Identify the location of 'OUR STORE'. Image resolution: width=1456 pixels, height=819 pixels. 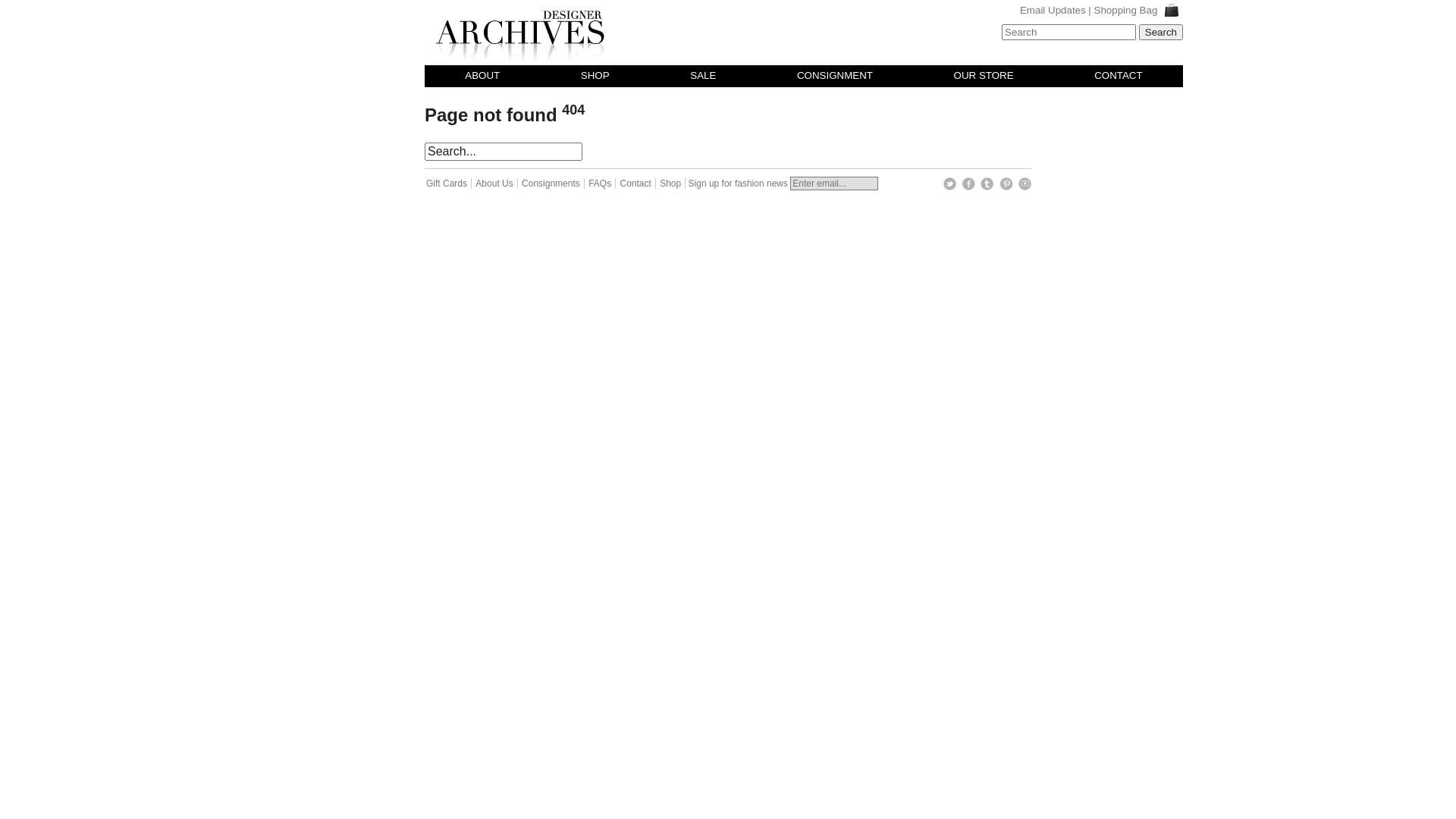
(984, 76).